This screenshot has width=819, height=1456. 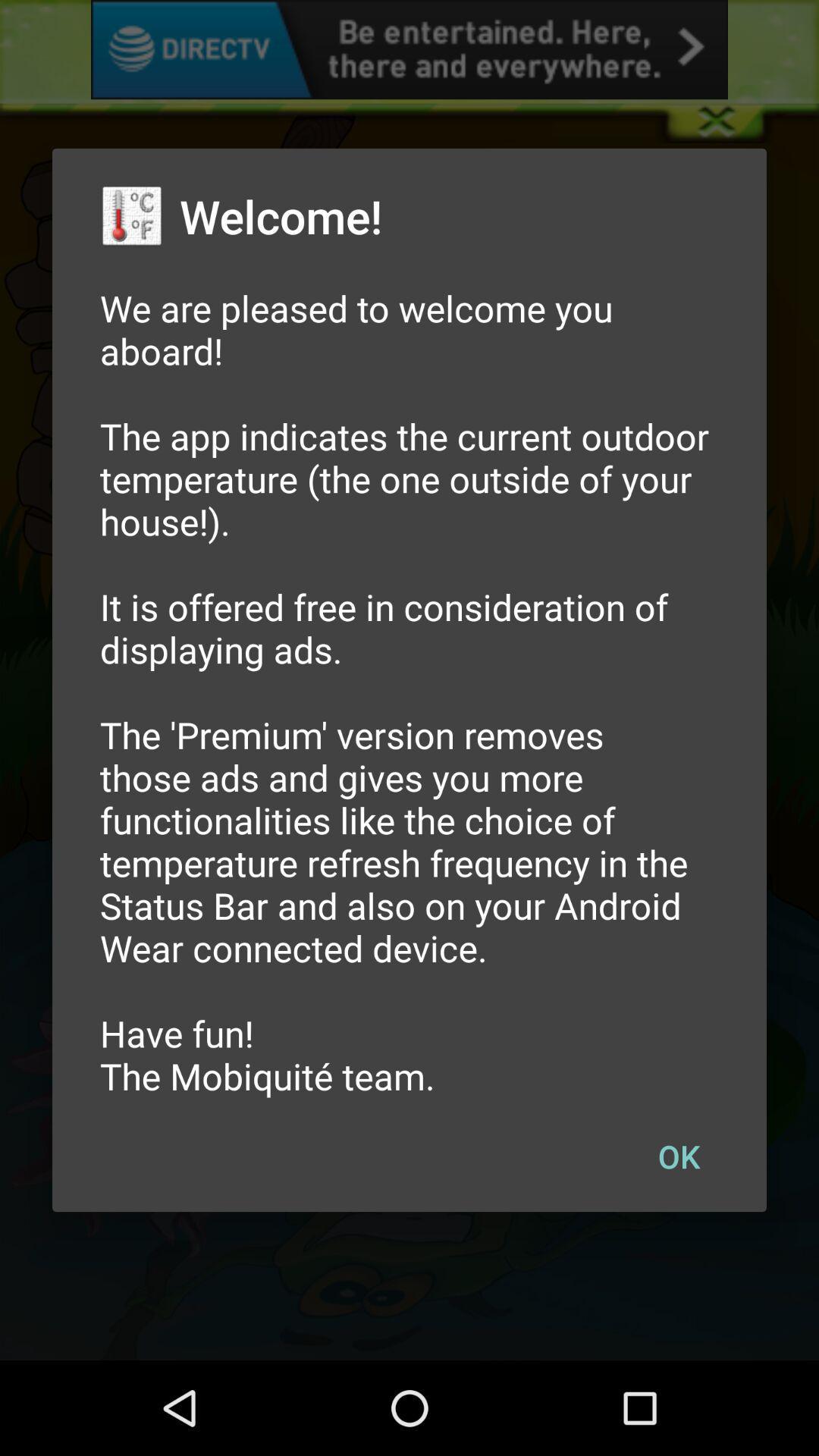 What do you see at coordinates (678, 1155) in the screenshot?
I see `ok icon` at bounding box center [678, 1155].